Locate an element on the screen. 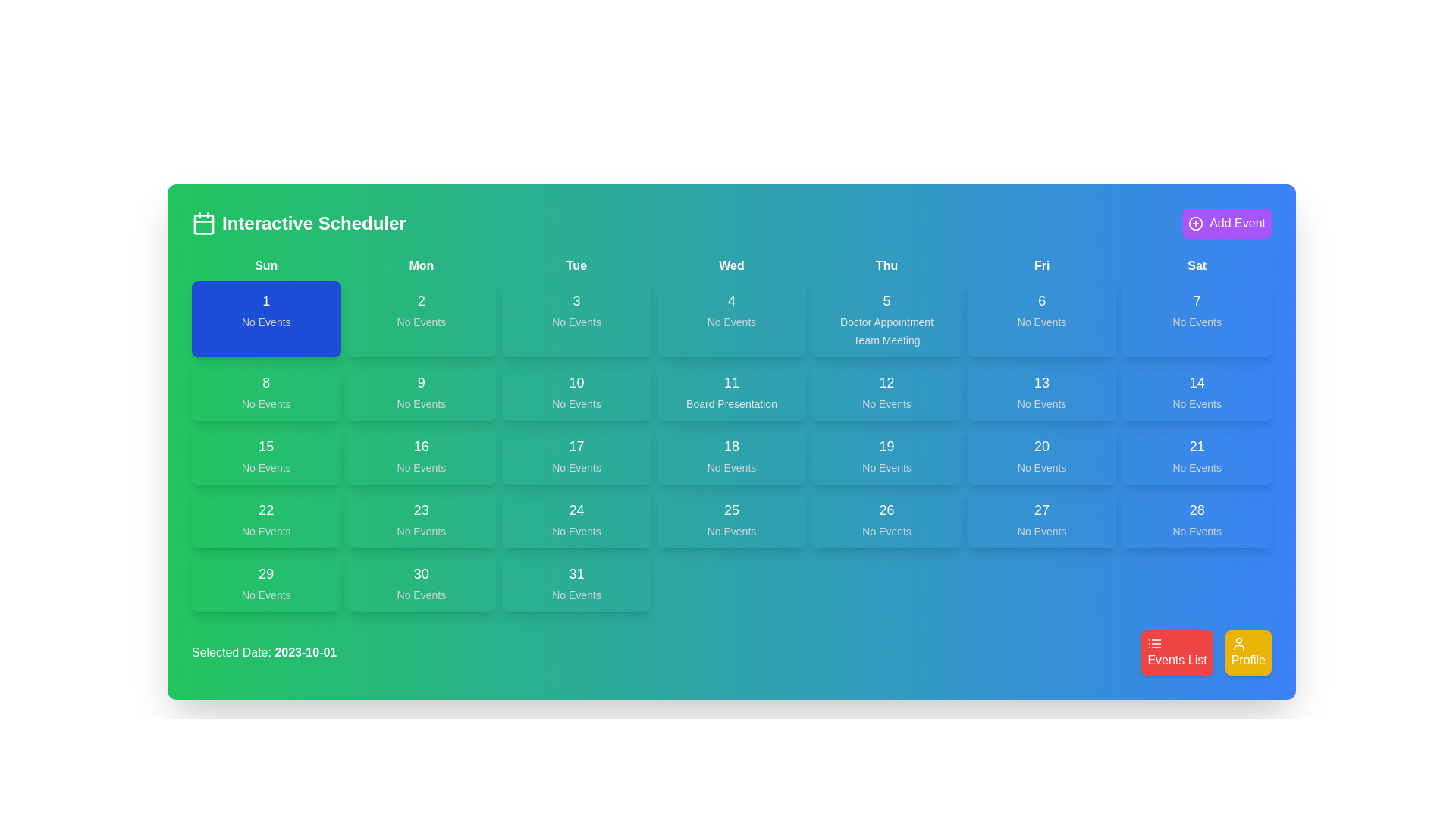 Image resolution: width=1456 pixels, height=819 pixels. text displayed in the Text label representing the numeric value '20' in the calendar interface located in the Friday column of the third row is located at coordinates (1041, 446).